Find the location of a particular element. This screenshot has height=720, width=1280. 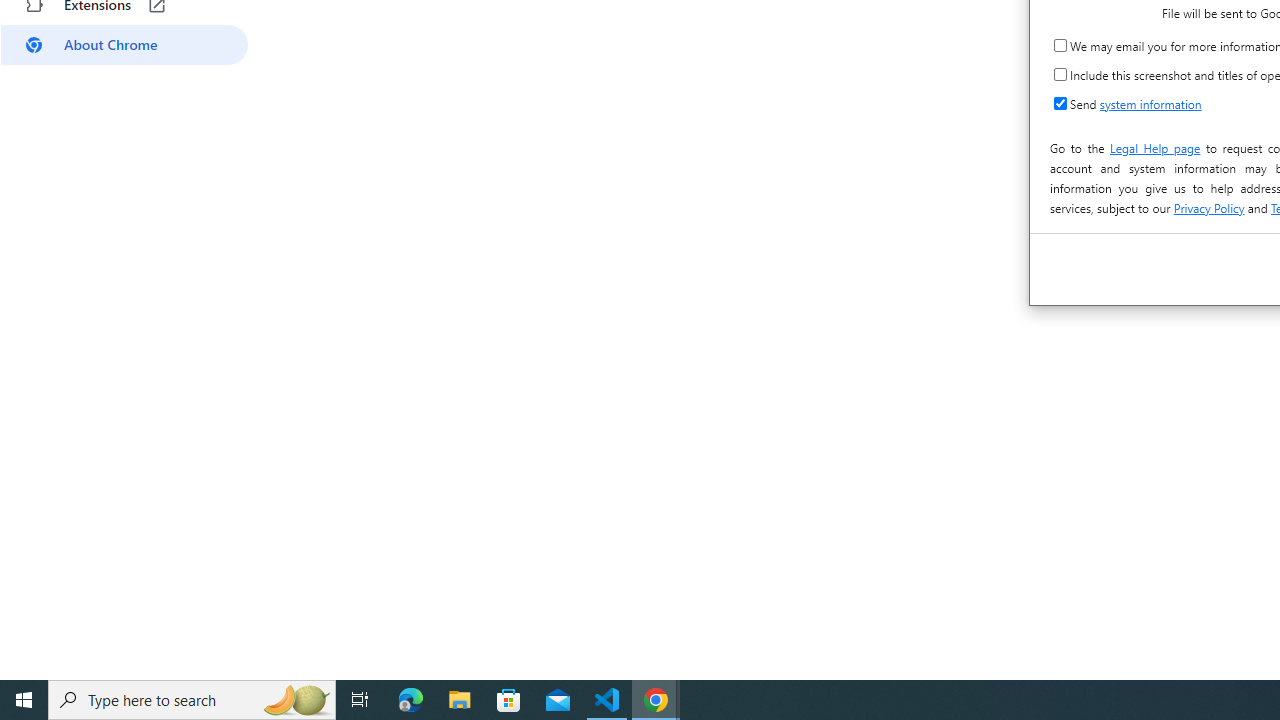

'Visual Studio Code - 1 running window' is located at coordinates (606, 698).